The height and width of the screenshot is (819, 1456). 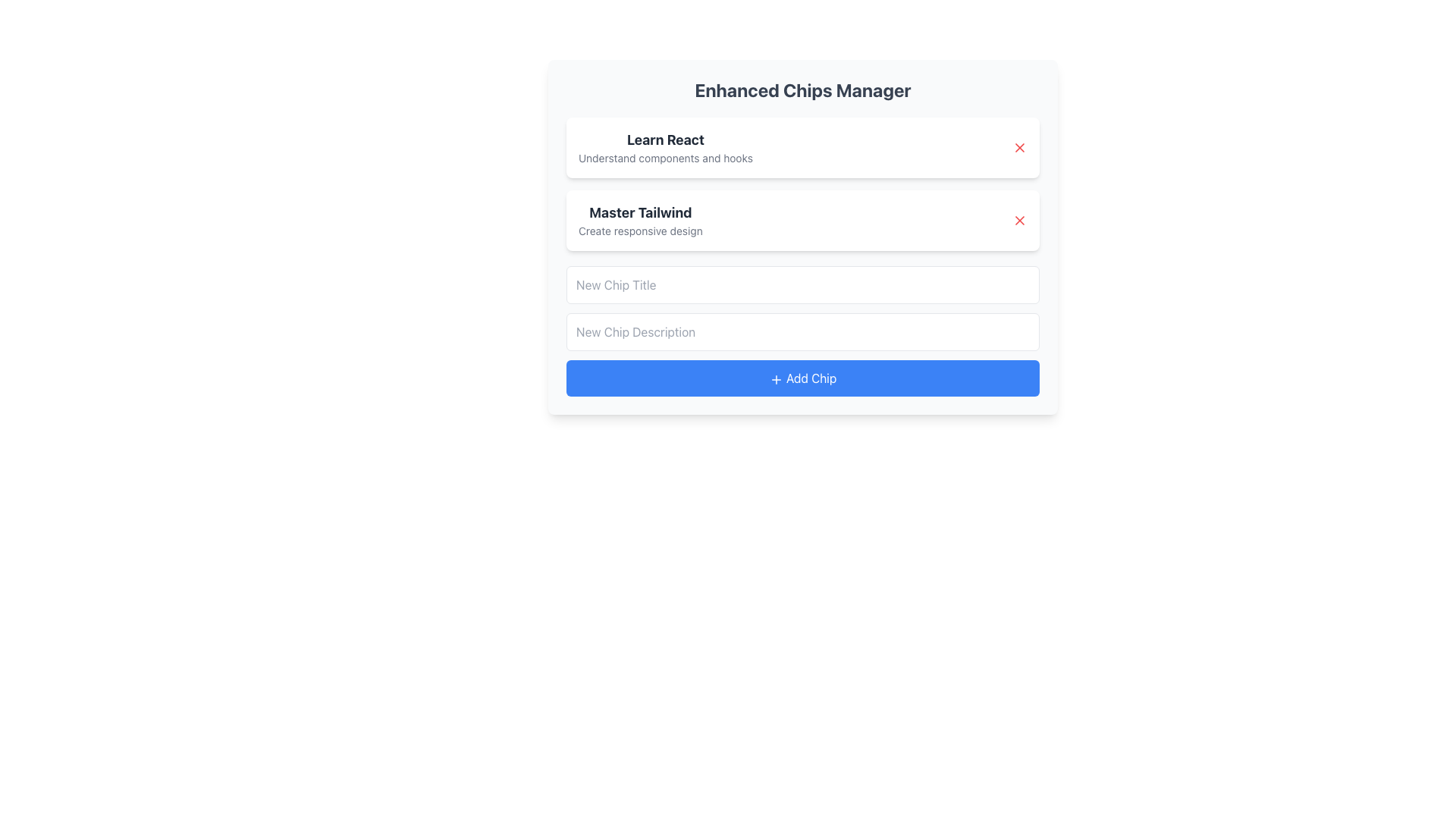 What do you see at coordinates (1019, 148) in the screenshot?
I see `the diagonal cross ('X') button located in the upper-right corner of the card displaying 'Learn React'` at bounding box center [1019, 148].